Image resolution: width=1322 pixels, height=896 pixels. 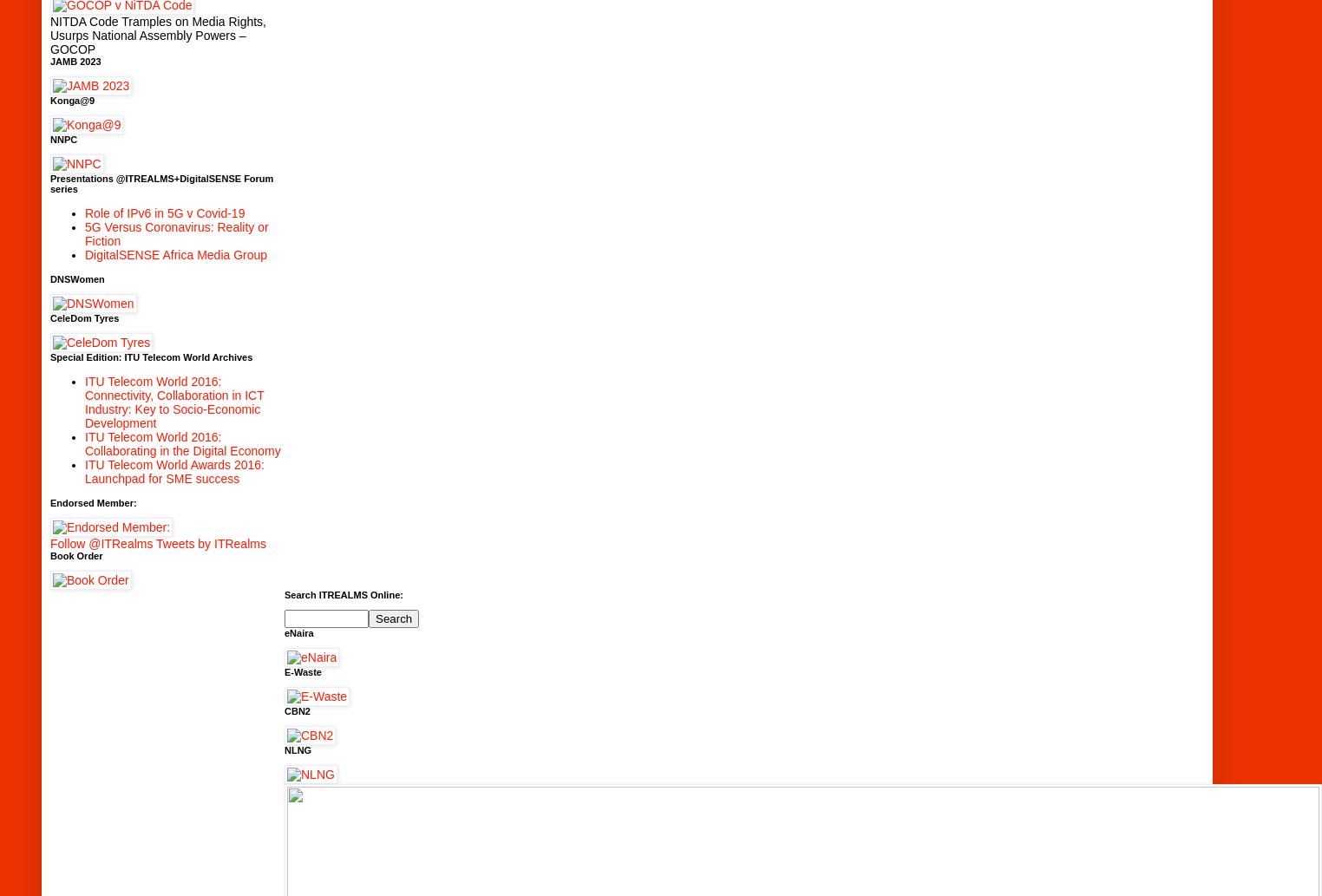 What do you see at coordinates (84, 212) in the screenshot?
I see `'Role of IPv6 in 5G v Covid-19'` at bounding box center [84, 212].